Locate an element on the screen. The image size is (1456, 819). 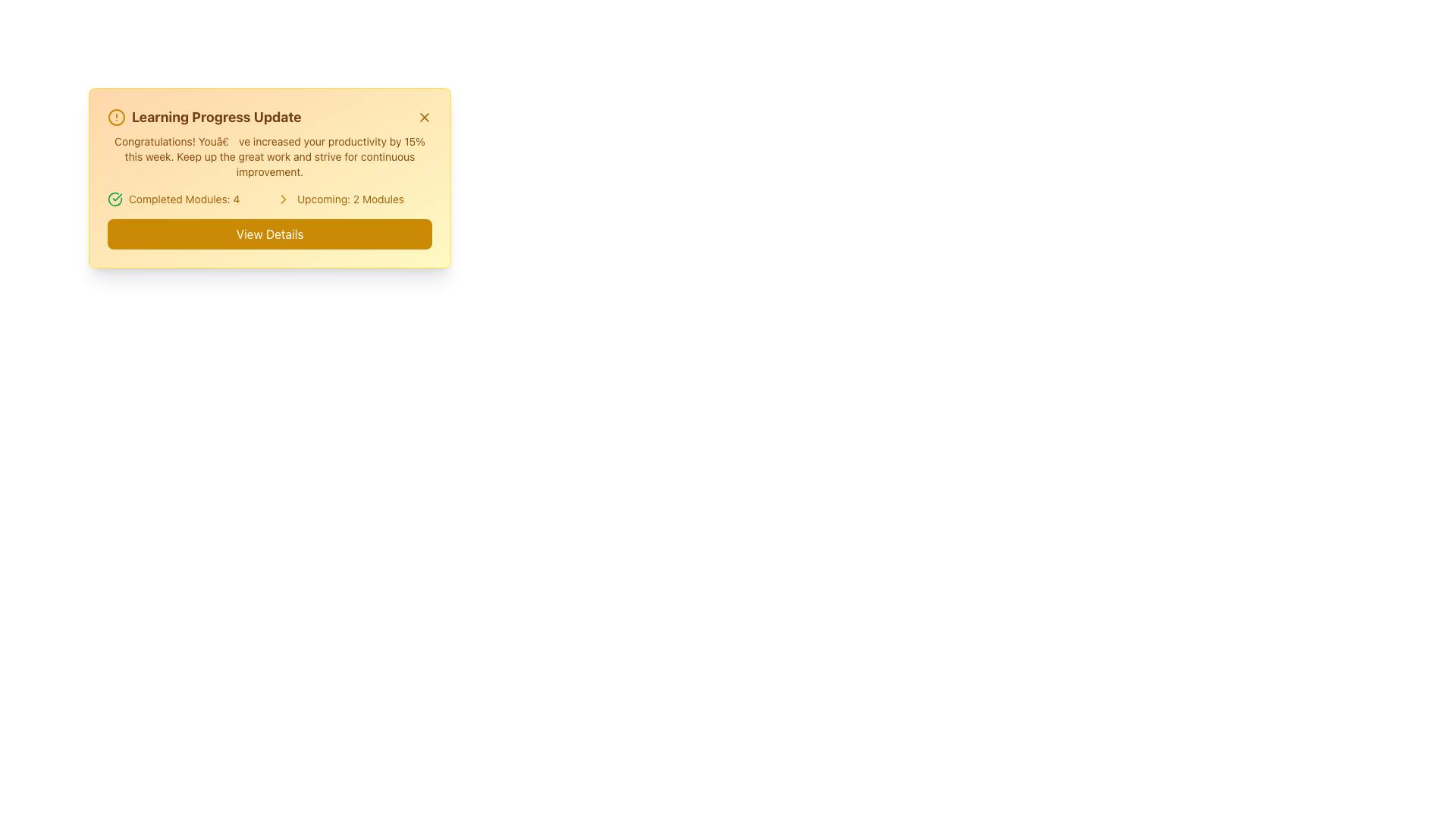
the text label at the top-center of the alert panel to interpret the message is located at coordinates (269, 116).